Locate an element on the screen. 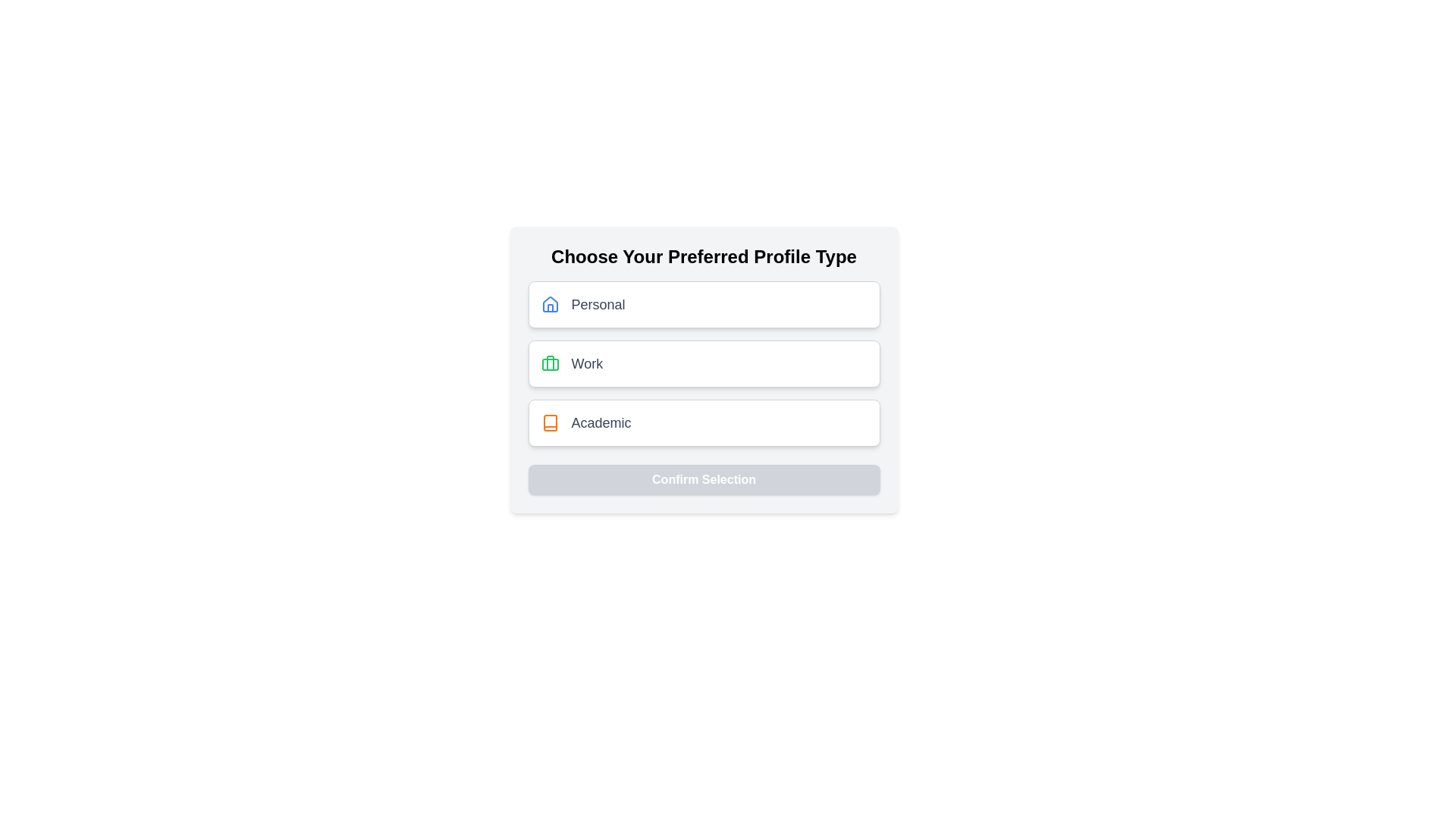  the prominent orange book icon located within the 'Academic' option in the profile type selection section is located at coordinates (549, 423).